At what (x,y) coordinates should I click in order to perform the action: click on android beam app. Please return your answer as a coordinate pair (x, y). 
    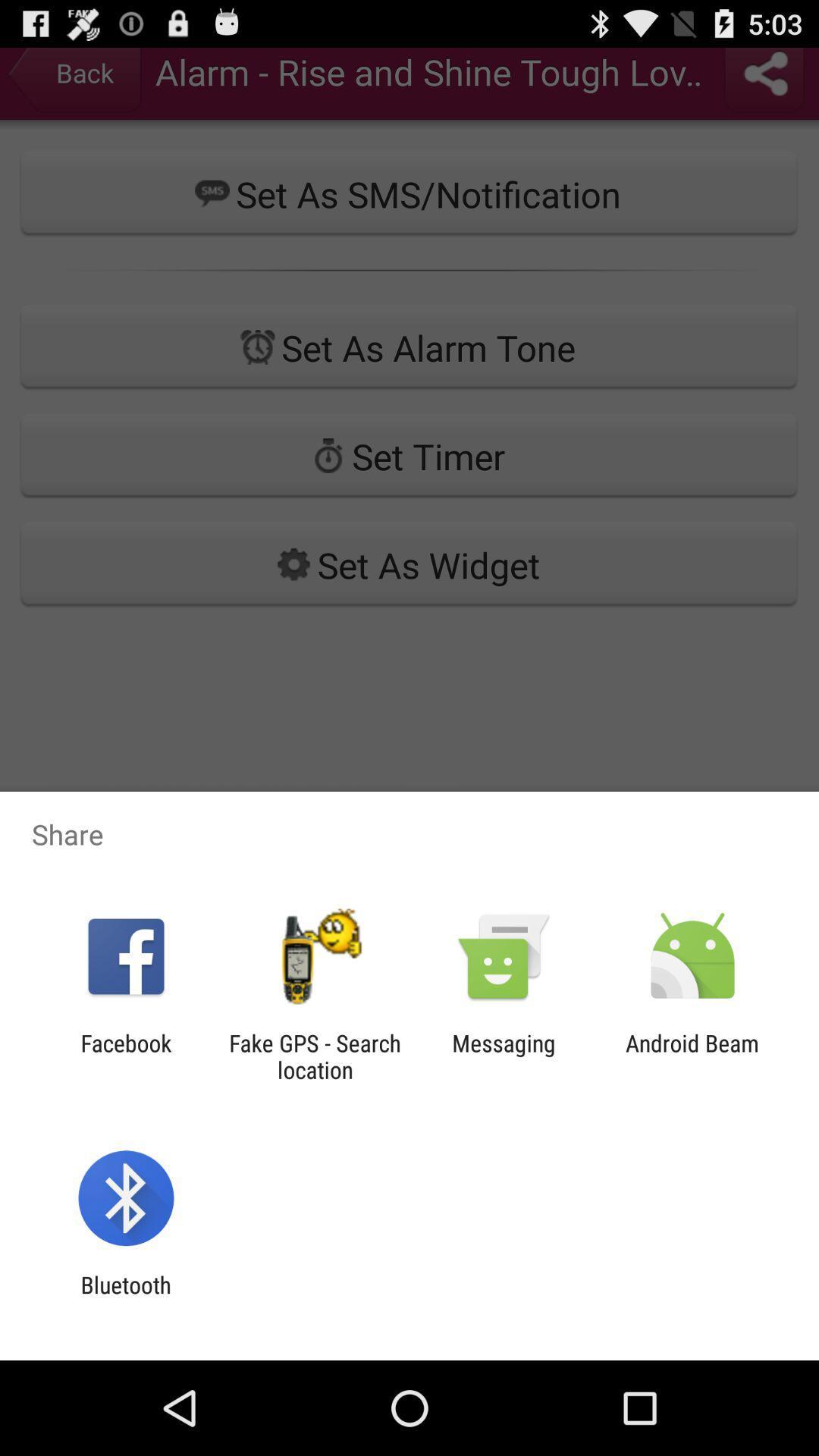
    Looking at the image, I should click on (692, 1056).